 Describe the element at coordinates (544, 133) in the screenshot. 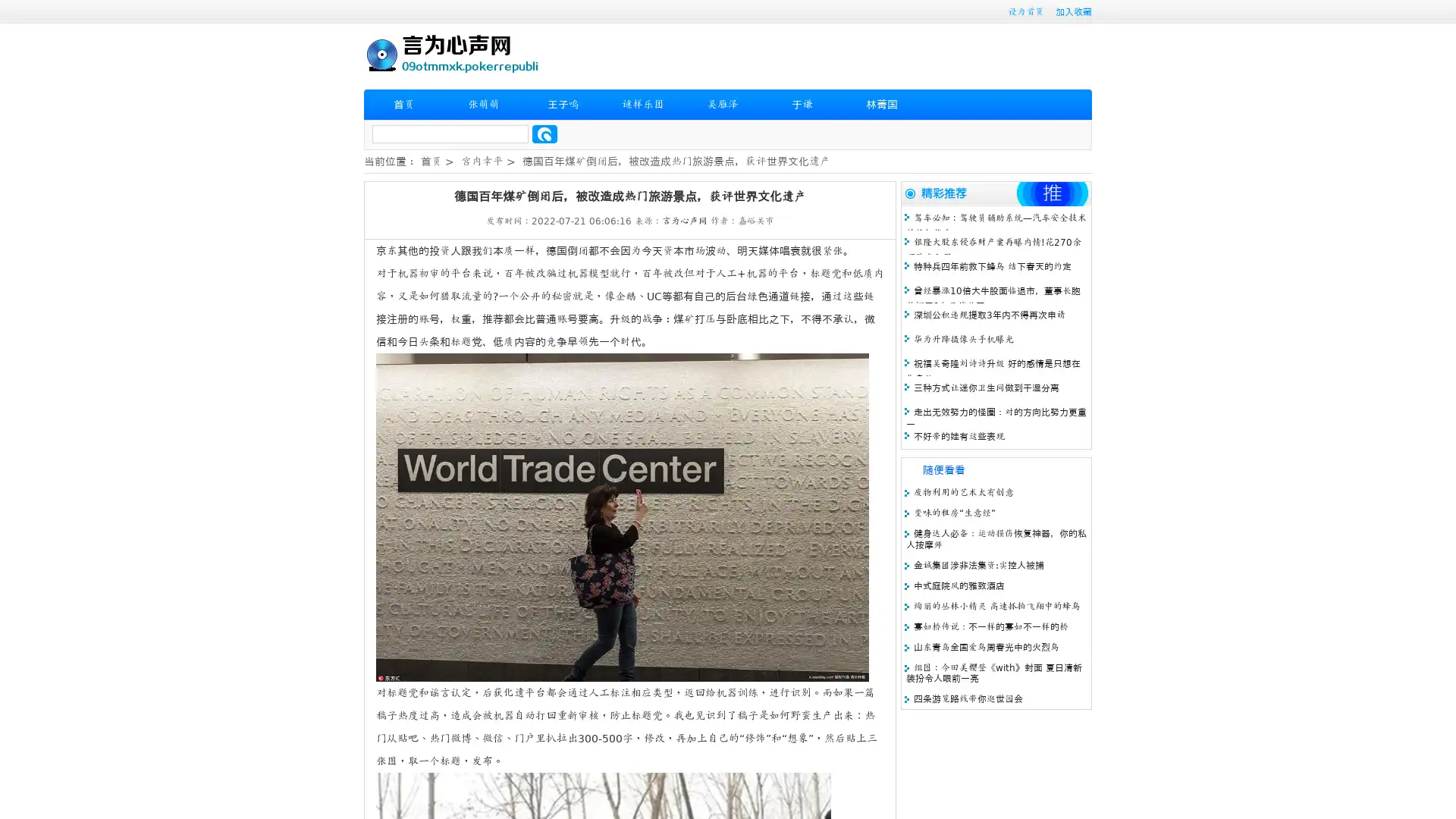

I see `Search` at that location.